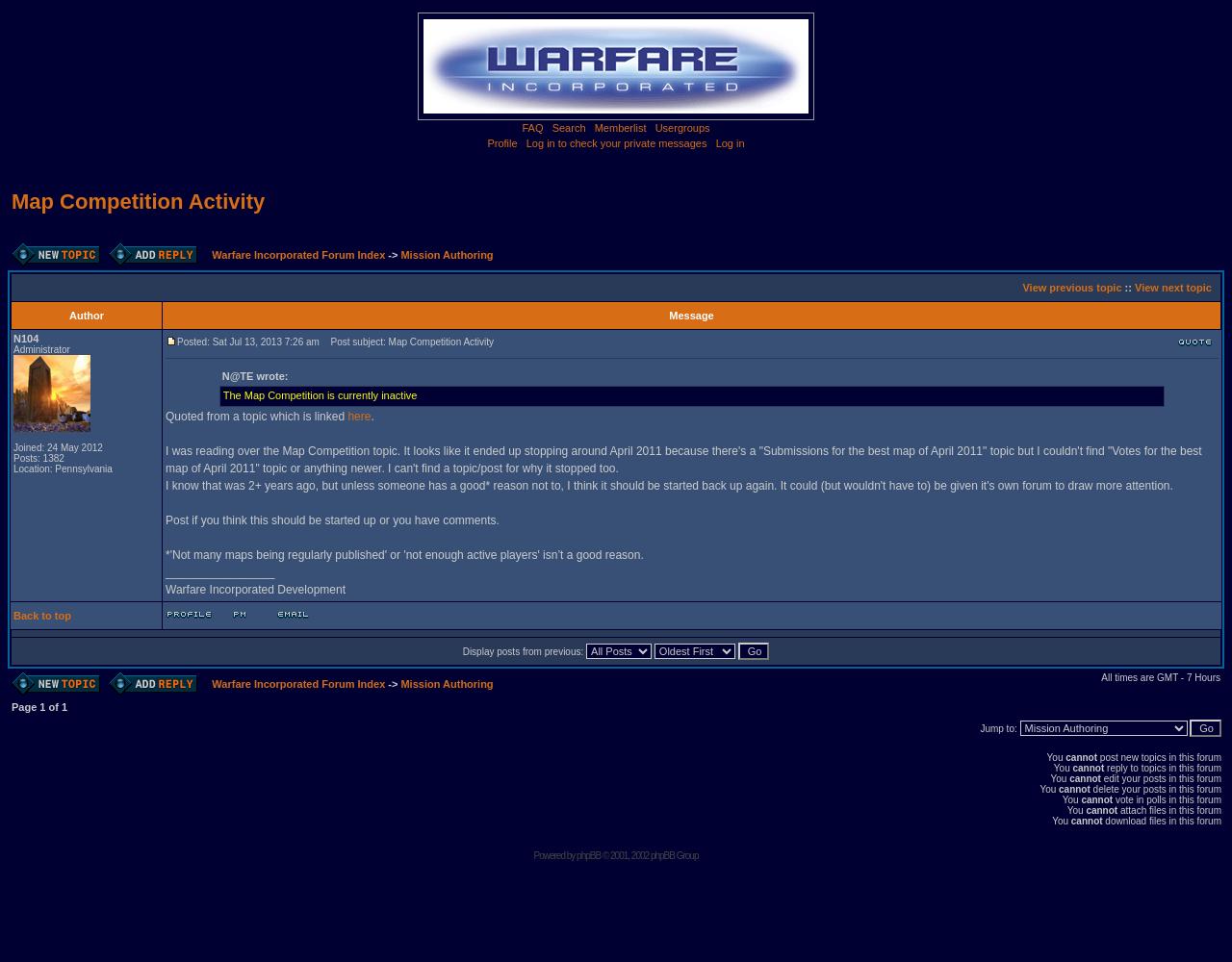 The width and height of the screenshot is (1232, 962). Describe the element at coordinates (58, 446) in the screenshot. I see `'Joined: 24 May 2012'` at that location.